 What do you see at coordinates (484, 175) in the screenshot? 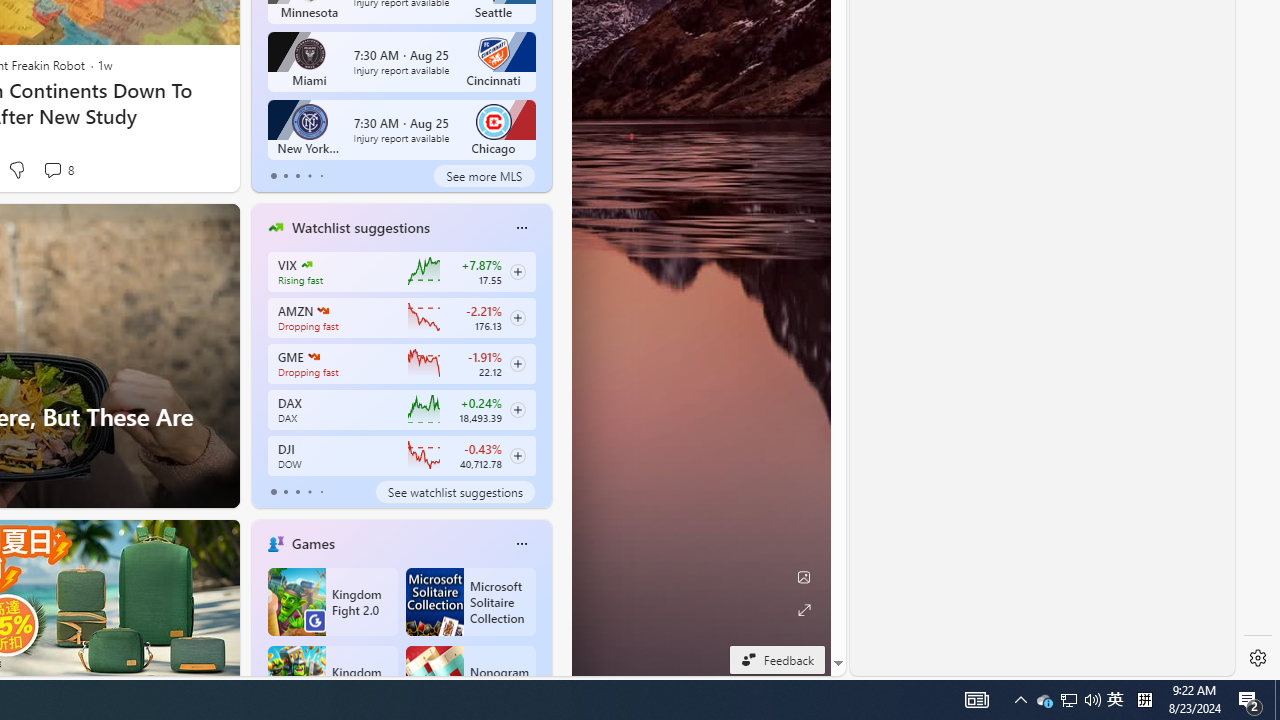
I see `'See more MLS'` at bounding box center [484, 175].